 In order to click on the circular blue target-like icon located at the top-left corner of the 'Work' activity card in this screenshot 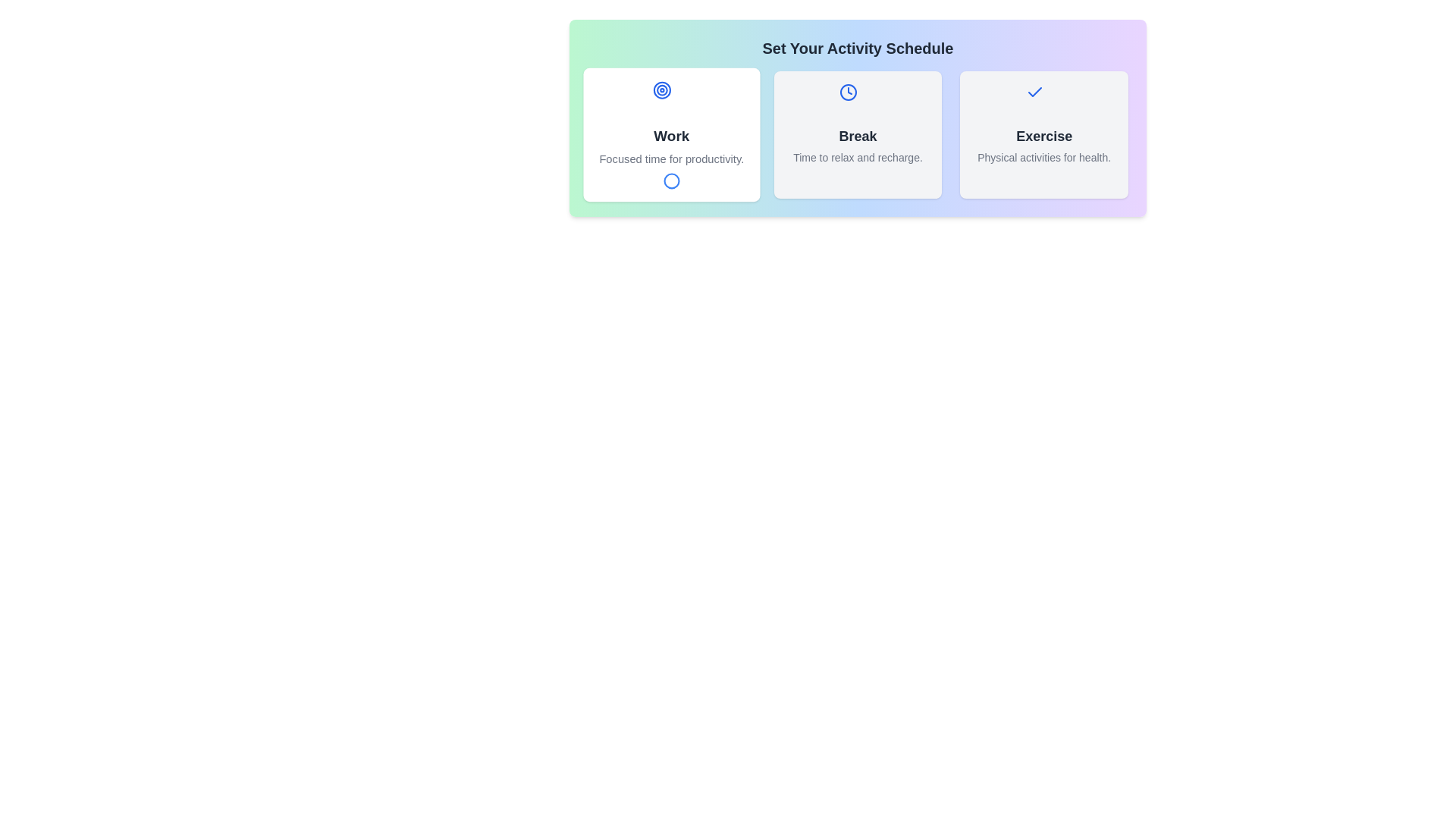, I will do `click(662, 90)`.